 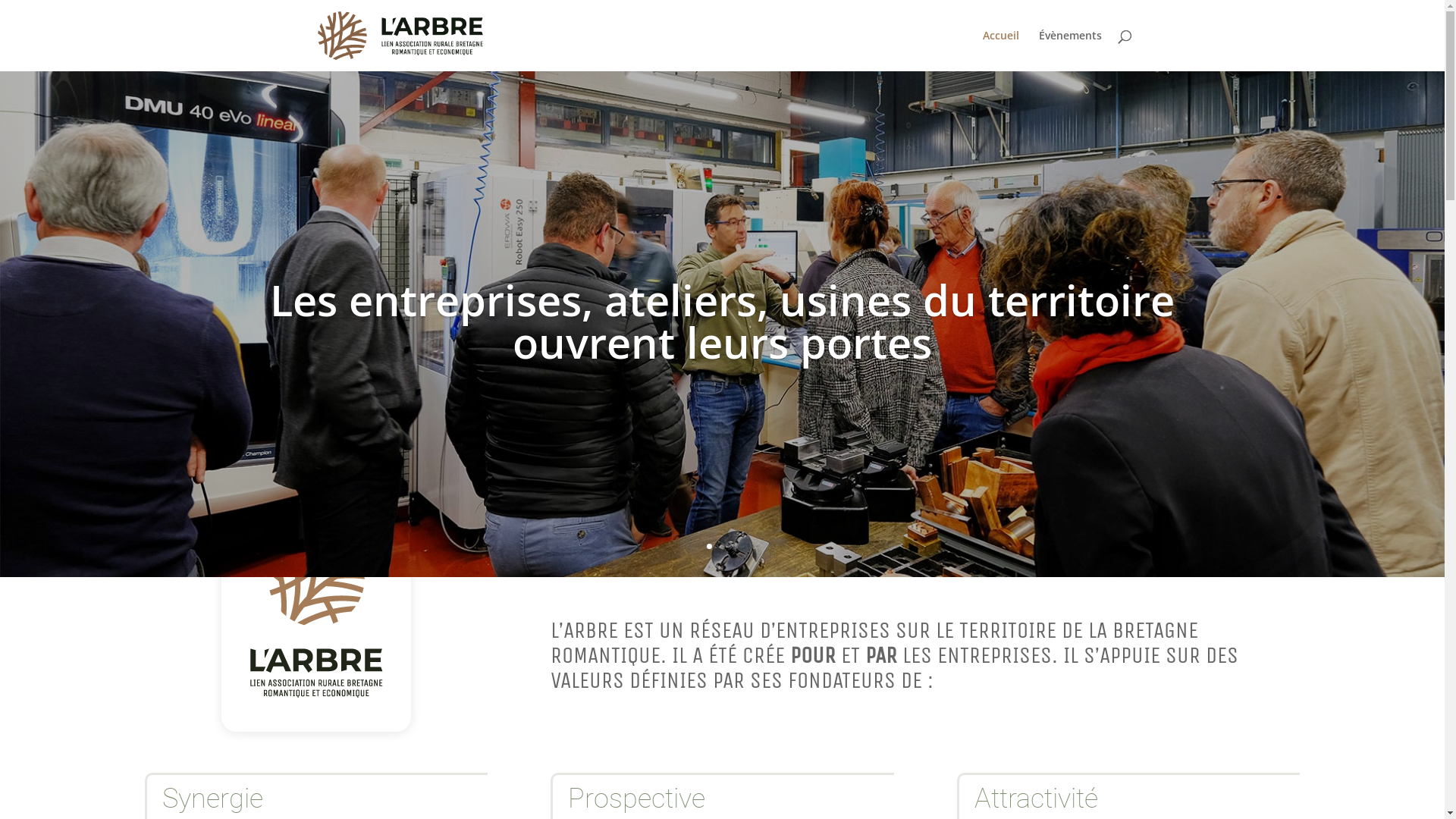 I want to click on '1', so click(x=708, y=546).